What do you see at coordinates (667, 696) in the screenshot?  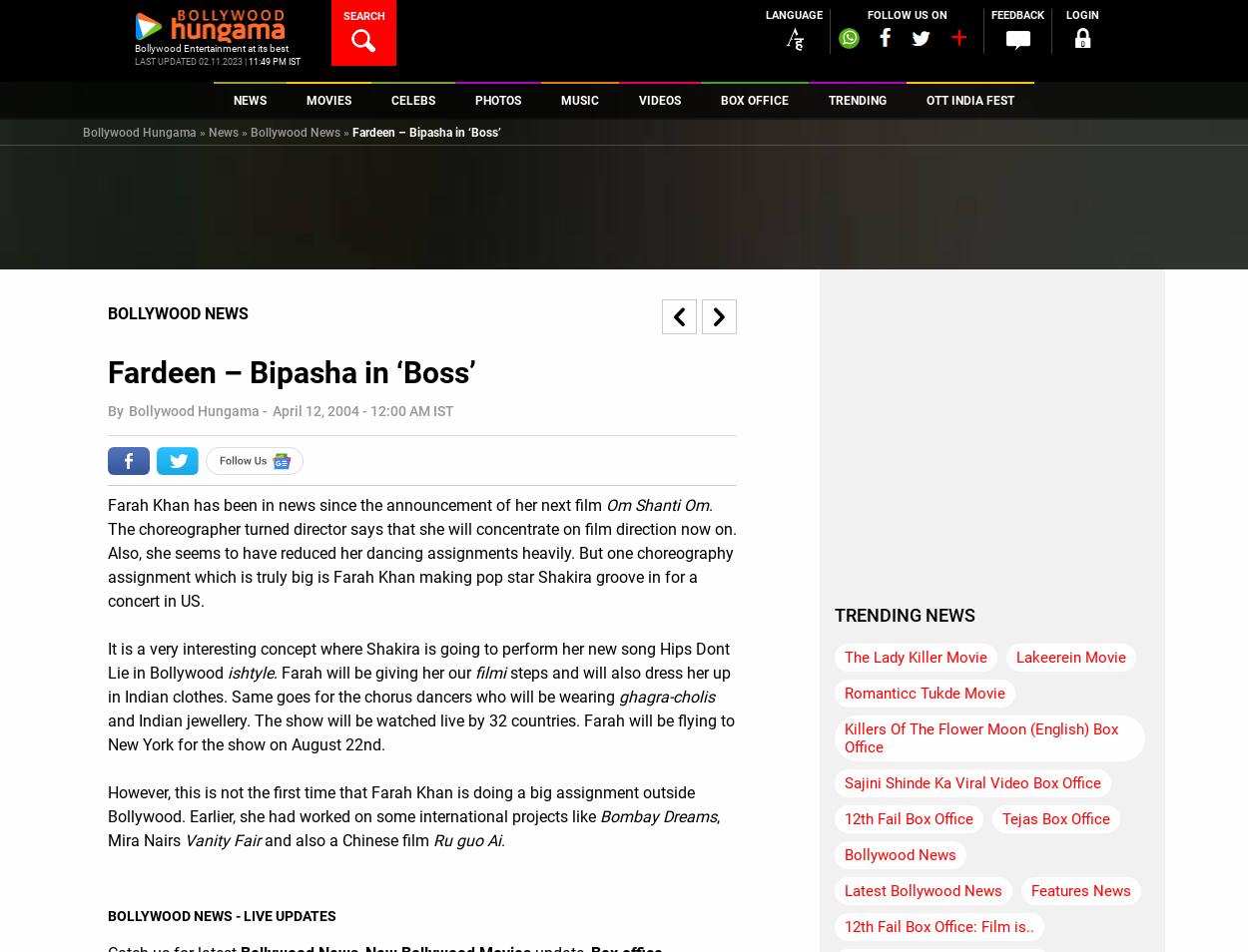 I see `'ghagra-cholis'` at bounding box center [667, 696].